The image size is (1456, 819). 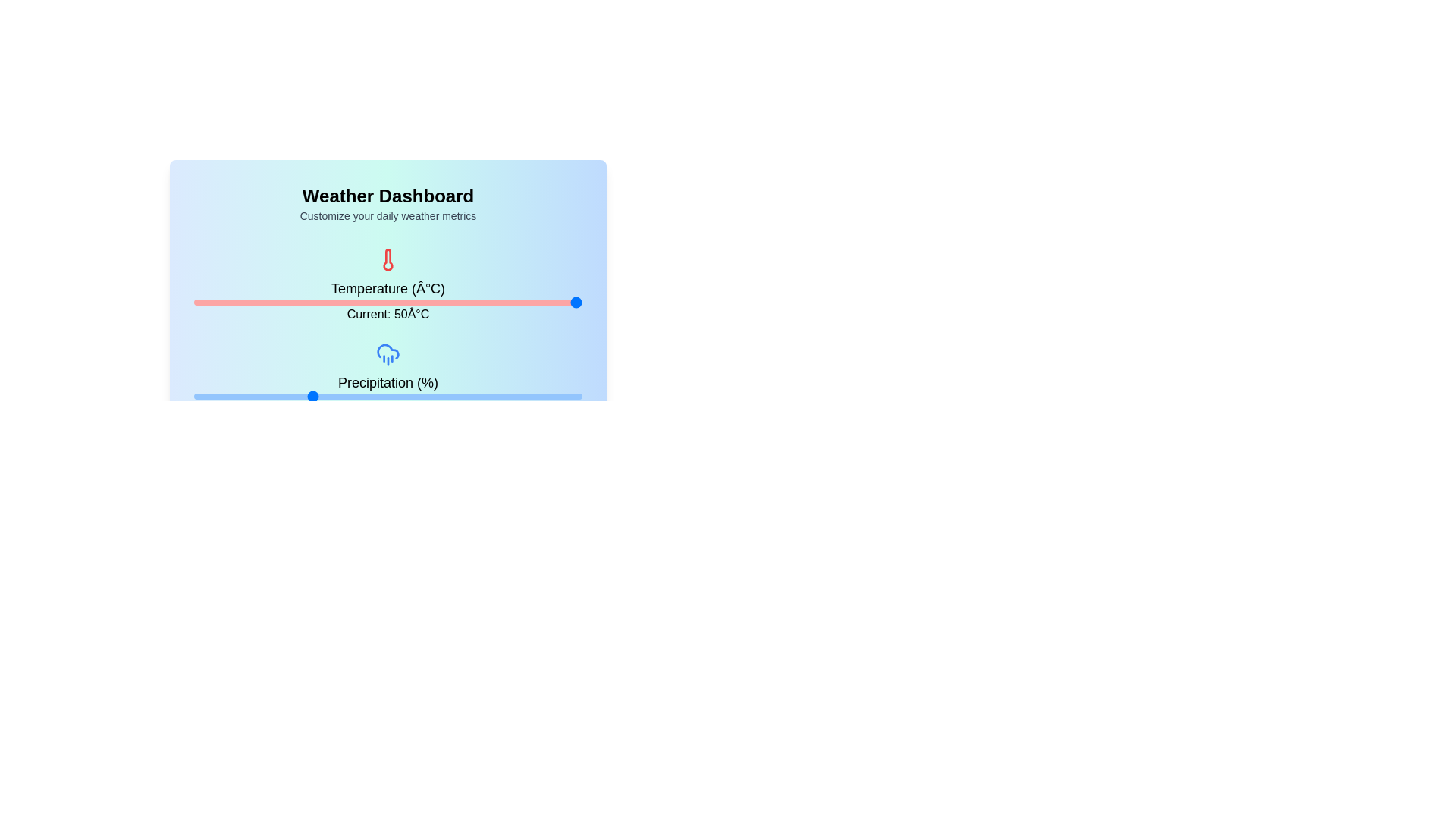 I want to click on the thermometer icon which is styled in red and is located above the text 'Temperature (°C)', so click(x=388, y=259).